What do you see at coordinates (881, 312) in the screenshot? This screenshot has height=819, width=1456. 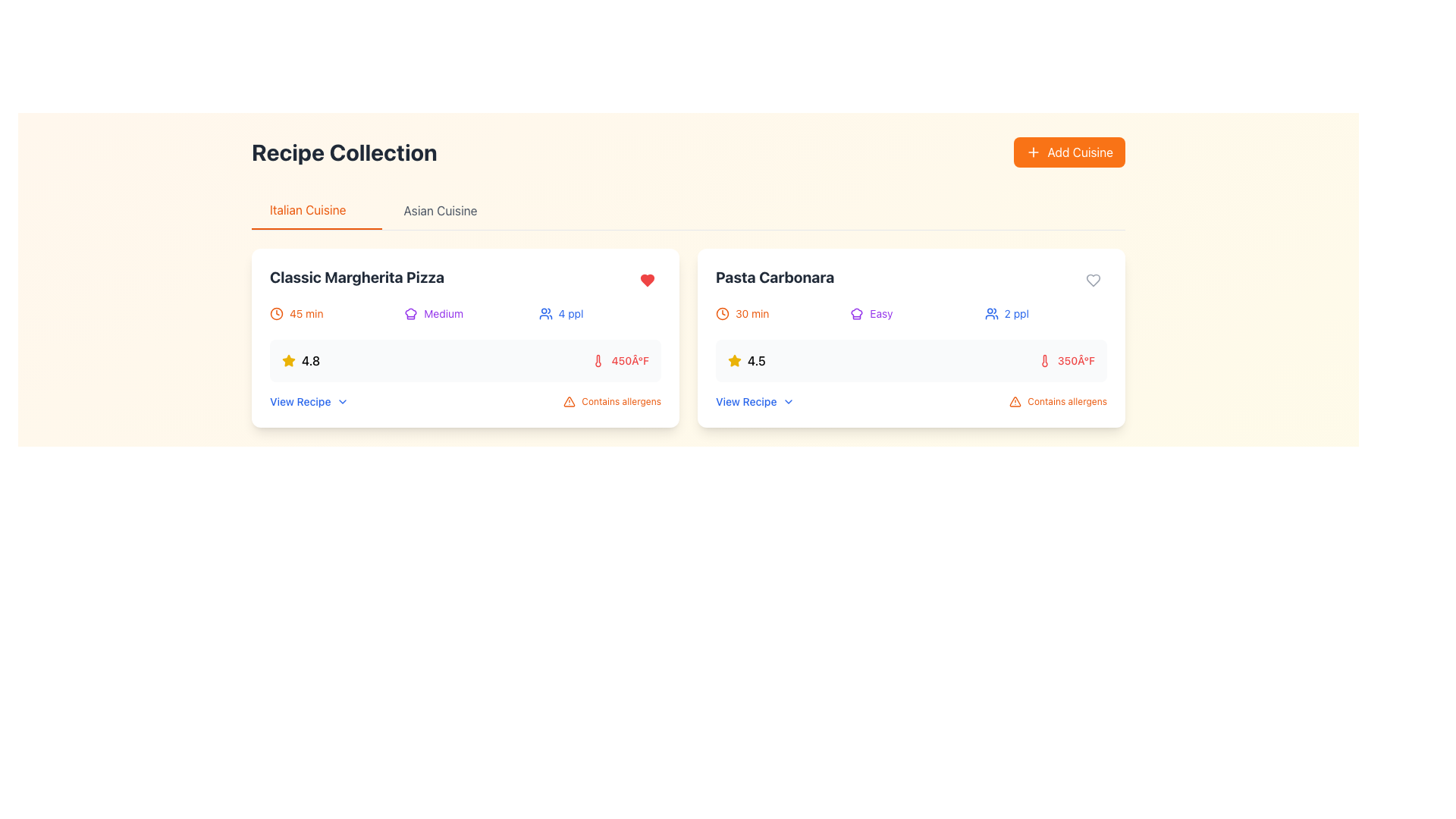 I see `the purple text label displaying 'Easy', which is located adjacent to the chef hat icon and above the text '30 min' within the second recipe card under the heading 'Pasta Carbonara'` at bounding box center [881, 312].